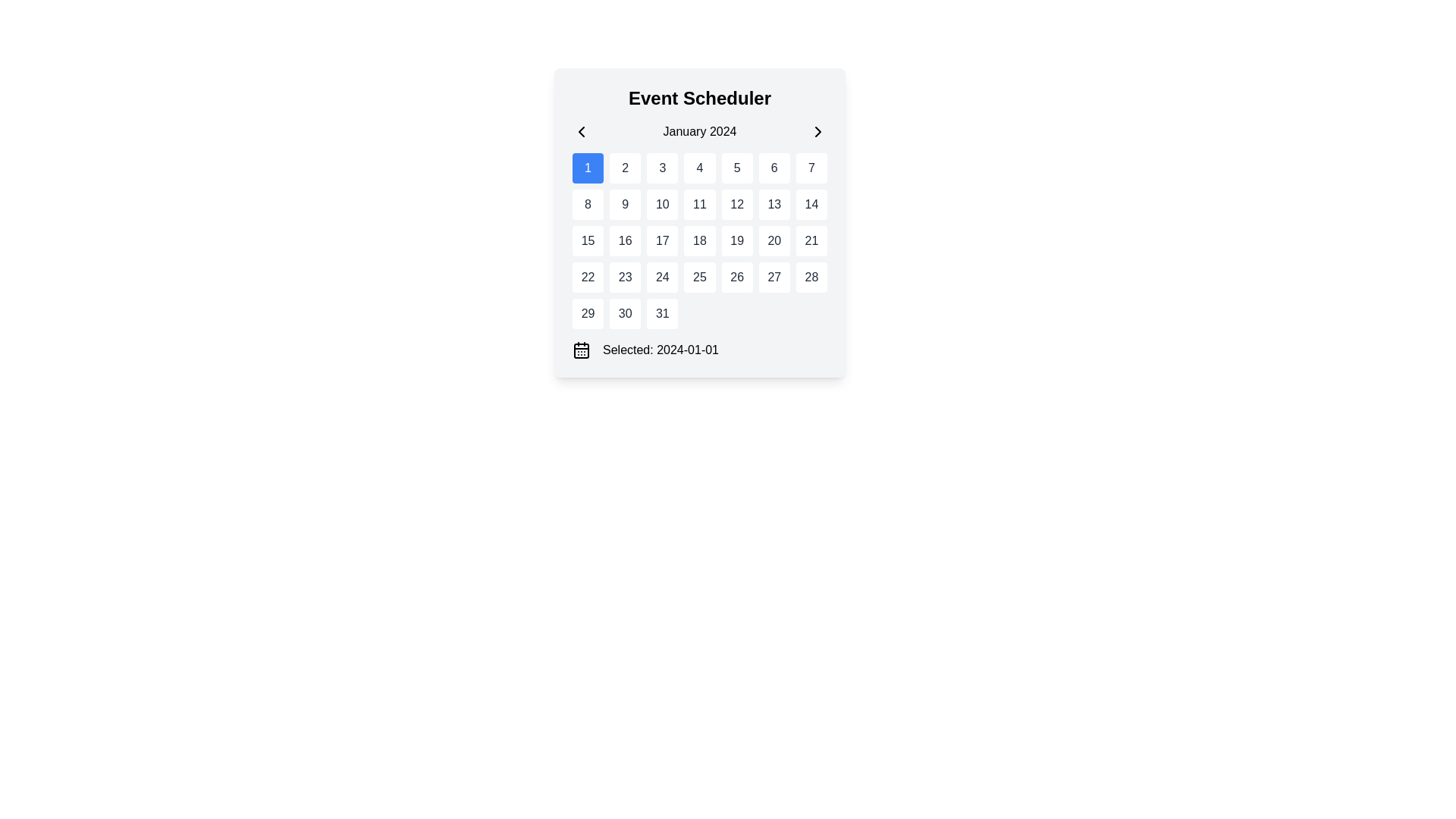  Describe the element at coordinates (587, 205) in the screenshot. I see `the button representing the date '8' in the calendar grid of the 'Event Scheduler' component` at that location.